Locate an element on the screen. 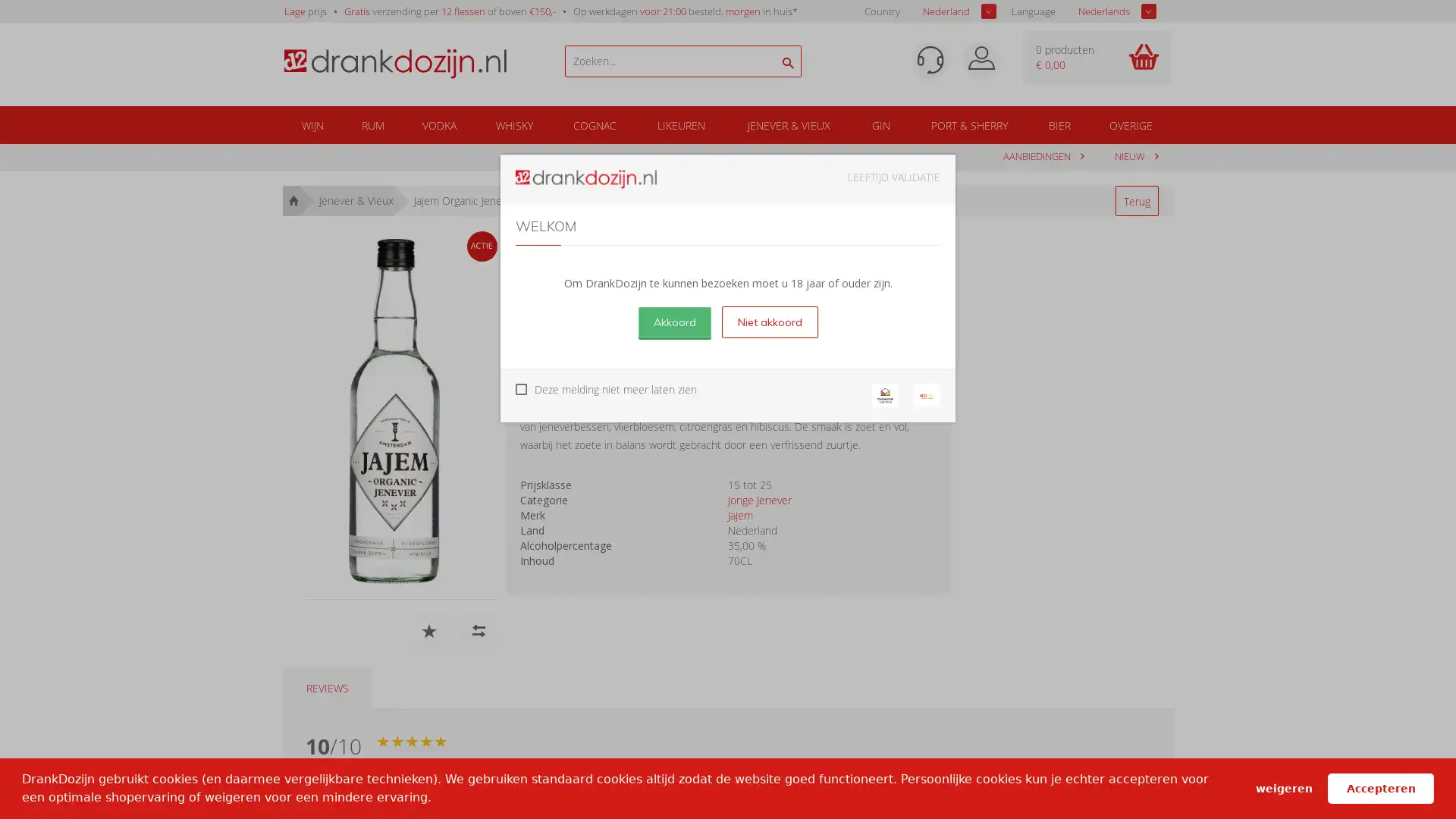 The height and width of the screenshot is (819, 1456). Toevoegen is located at coordinates (870, 327).